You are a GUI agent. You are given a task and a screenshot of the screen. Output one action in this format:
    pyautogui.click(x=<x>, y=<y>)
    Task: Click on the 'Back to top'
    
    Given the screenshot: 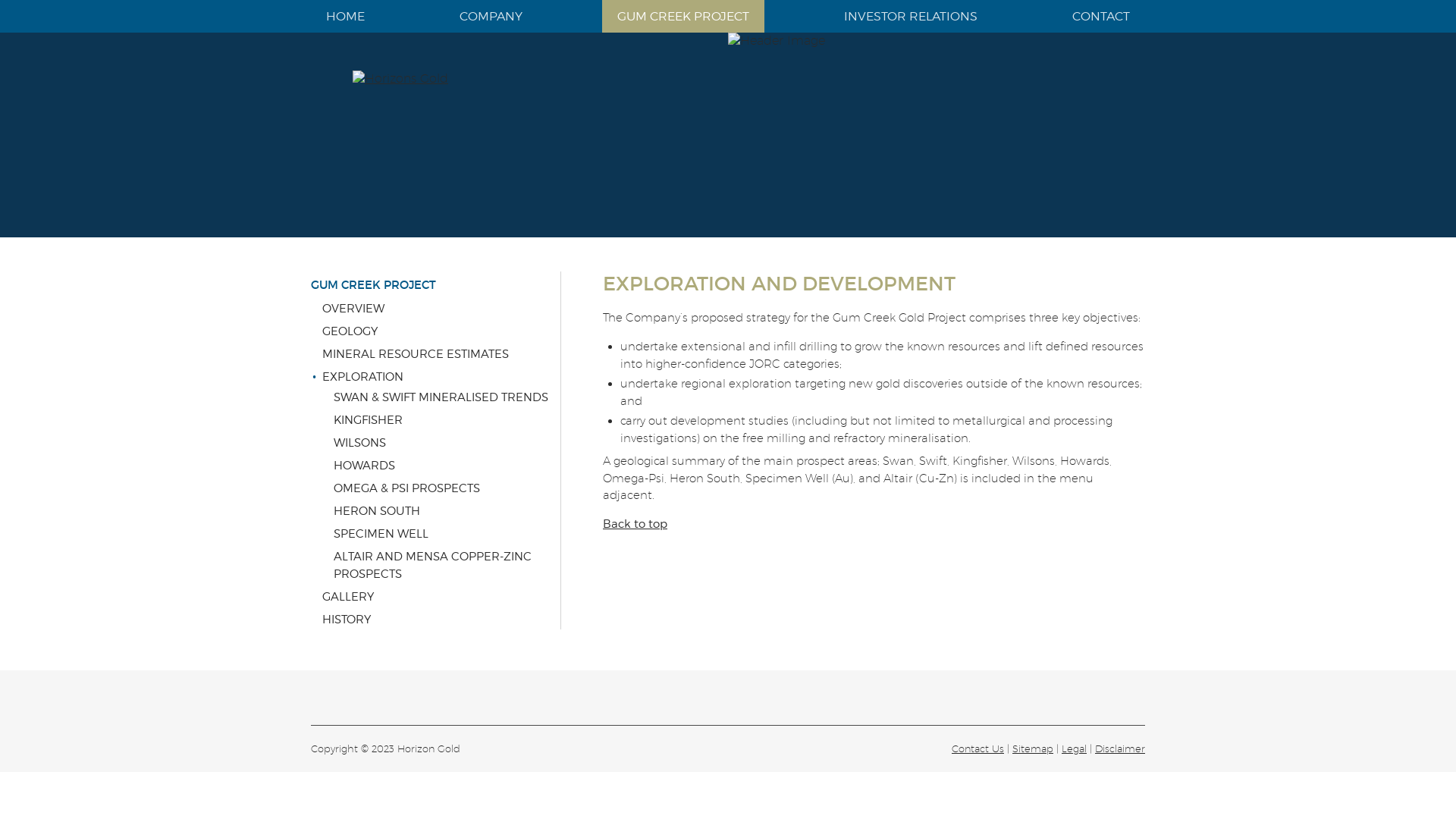 What is the action you would take?
    pyautogui.click(x=602, y=522)
    